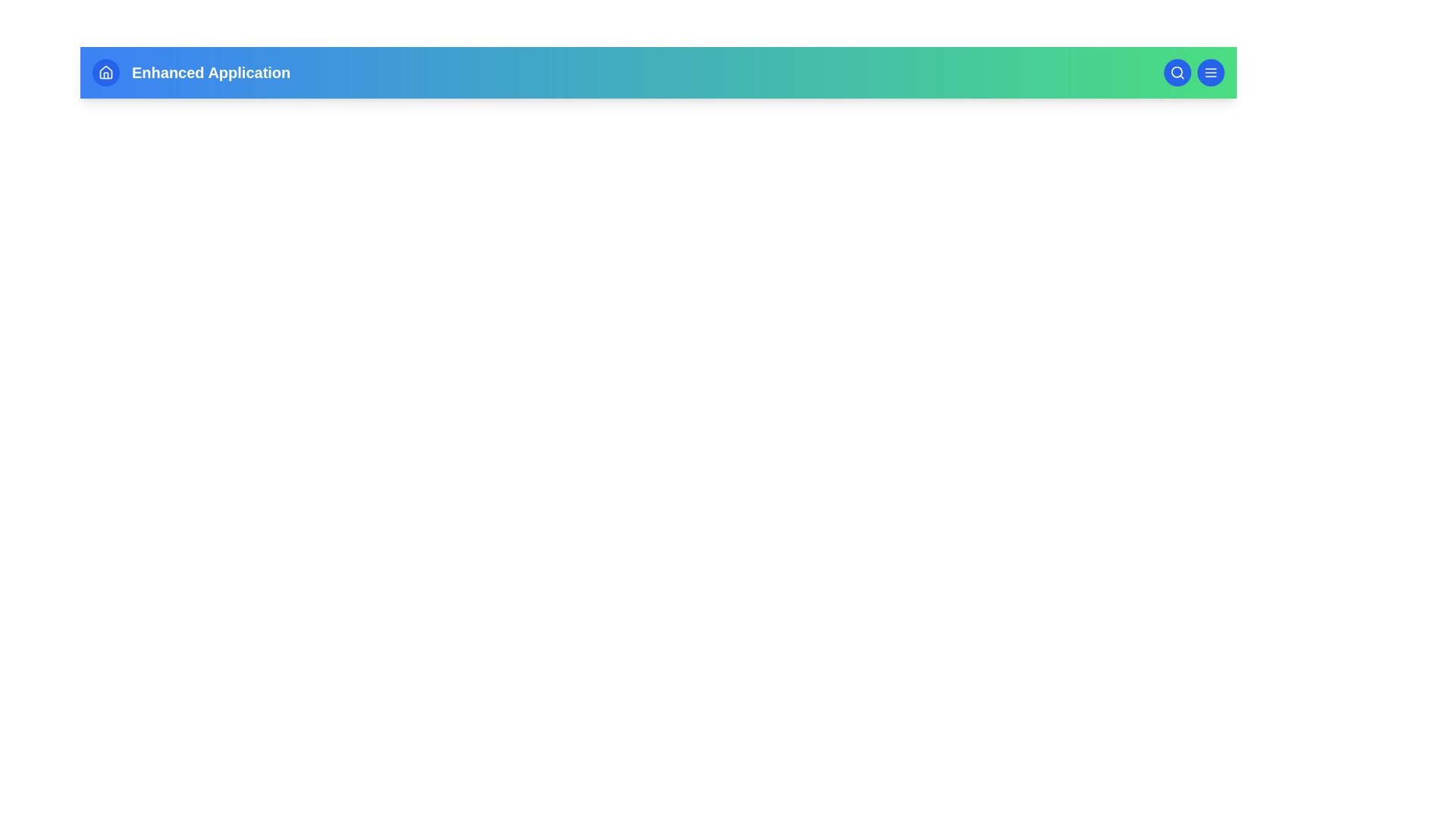 This screenshot has width=1456, height=819. What do you see at coordinates (1177, 73) in the screenshot?
I see `the search icon button located in the top-right corner of the application interface` at bounding box center [1177, 73].